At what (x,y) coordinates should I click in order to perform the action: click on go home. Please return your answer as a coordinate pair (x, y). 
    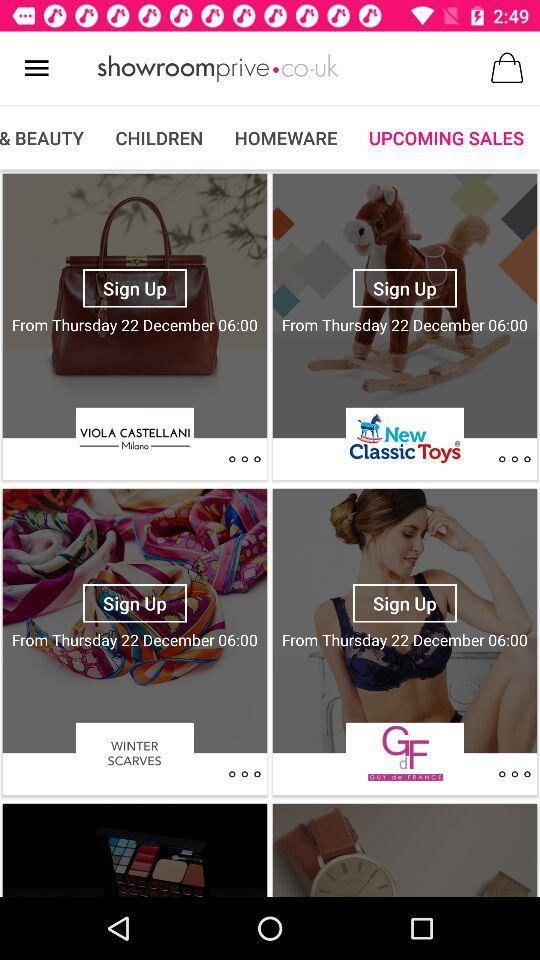
    Looking at the image, I should click on (217, 68).